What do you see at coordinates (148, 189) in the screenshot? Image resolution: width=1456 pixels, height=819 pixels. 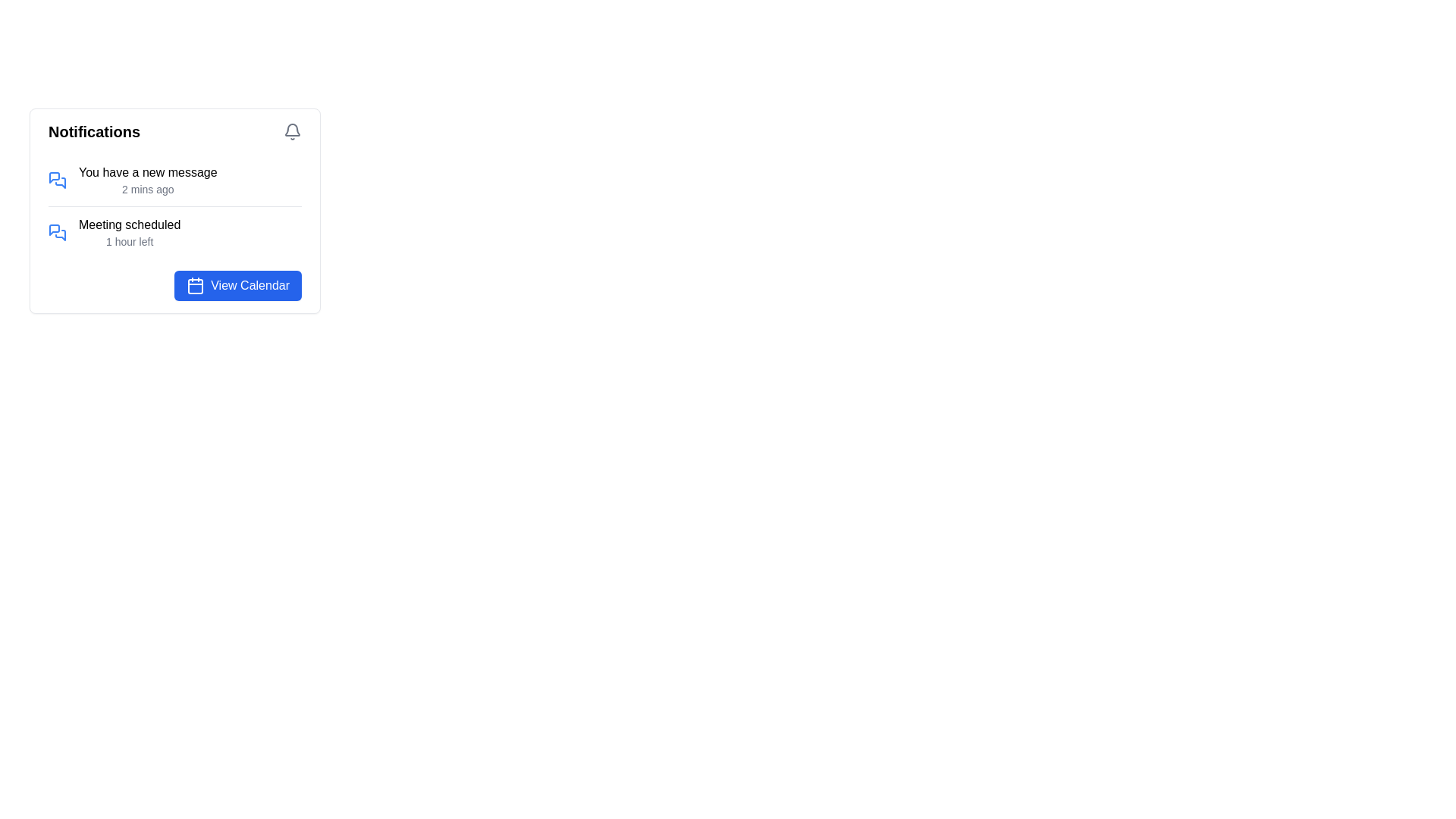 I see `the static text label displaying '2 mins ago' located directly underneath the 'You have a new message' text within the notification card` at bounding box center [148, 189].